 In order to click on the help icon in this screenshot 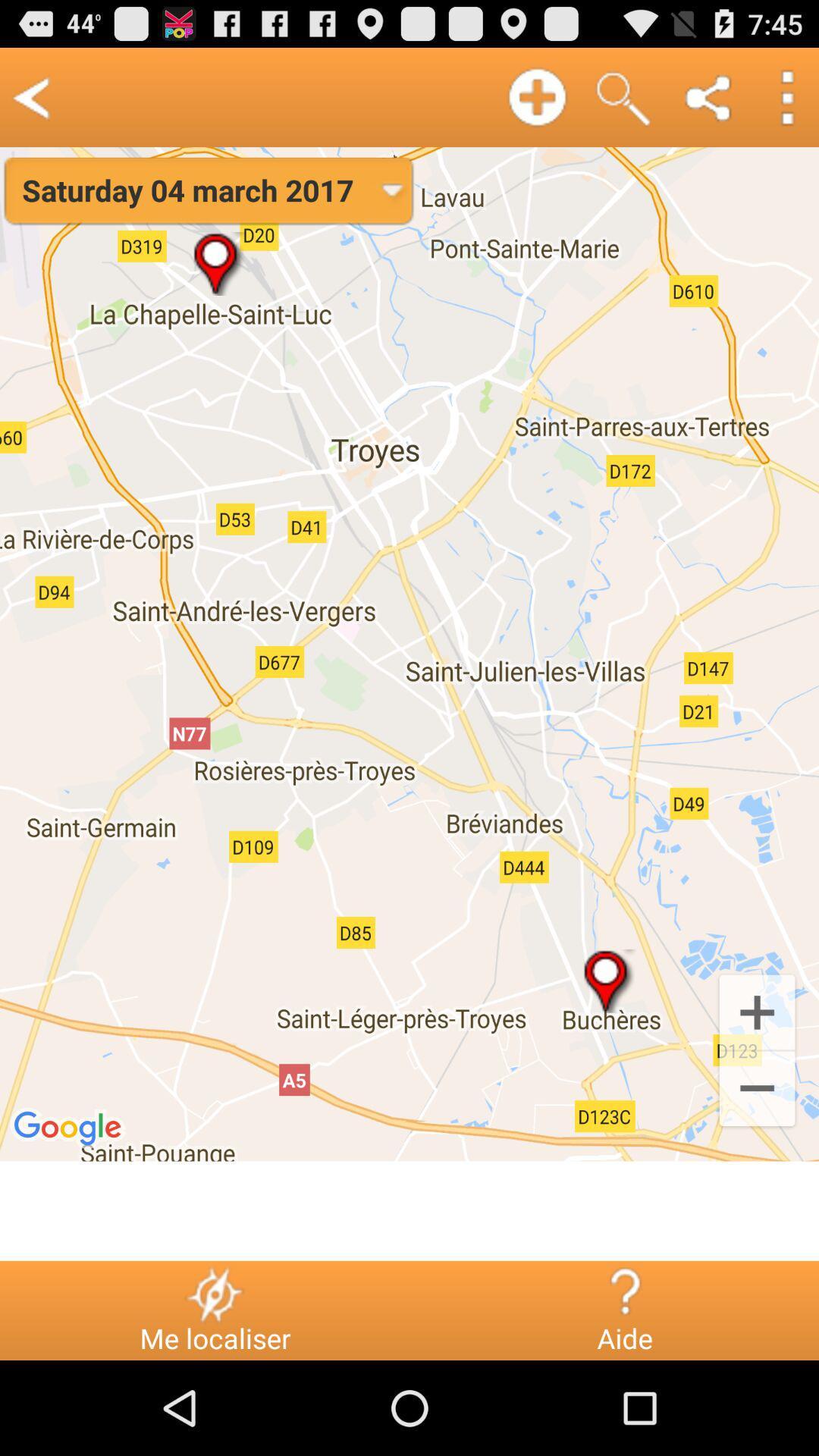, I will do `click(624, 1385)`.